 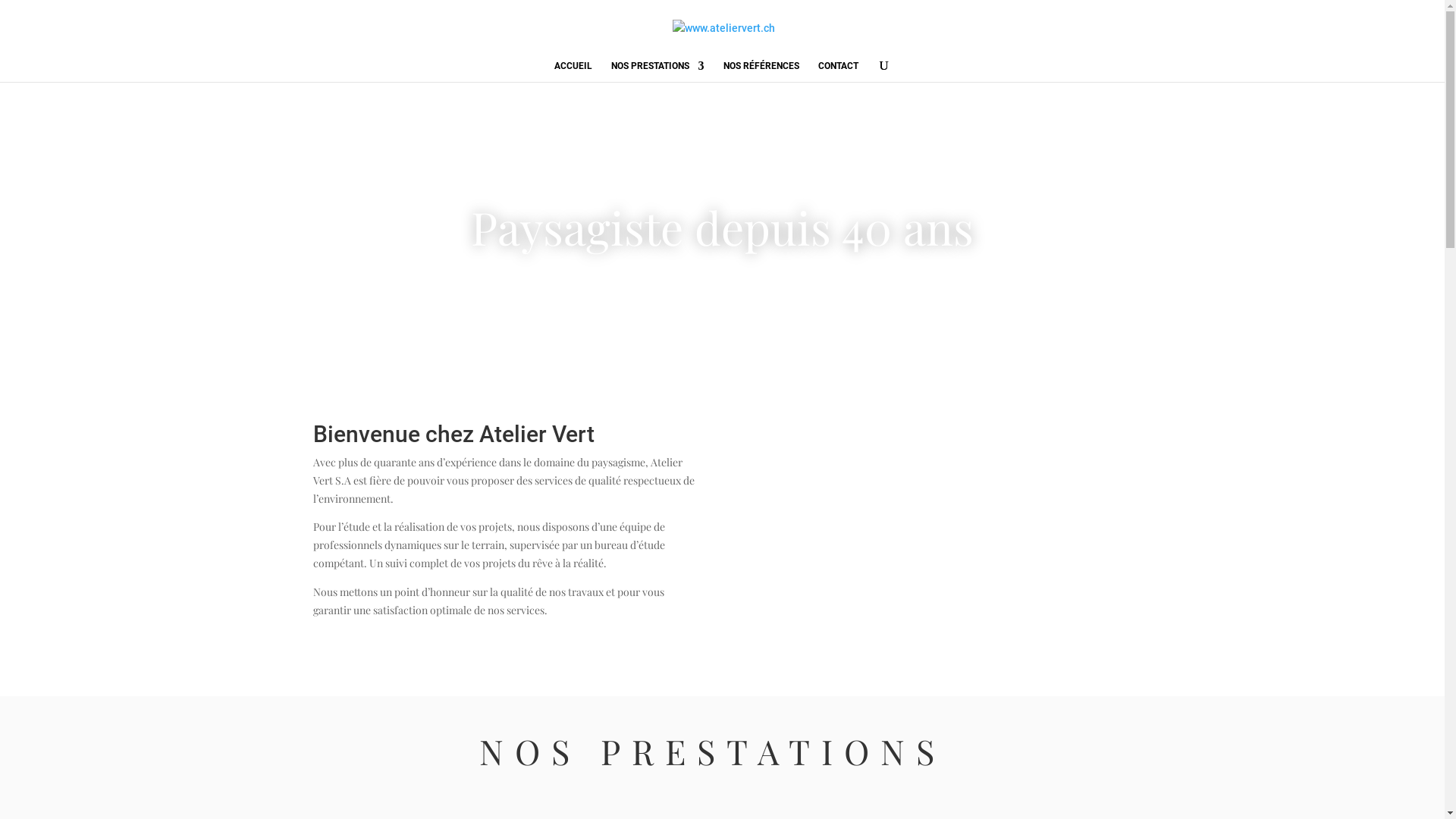 What do you see at coordinates (657, 71) in the screenshot?
I see `'NOS PRESTATIONS'` at bounding box center [657, 71].